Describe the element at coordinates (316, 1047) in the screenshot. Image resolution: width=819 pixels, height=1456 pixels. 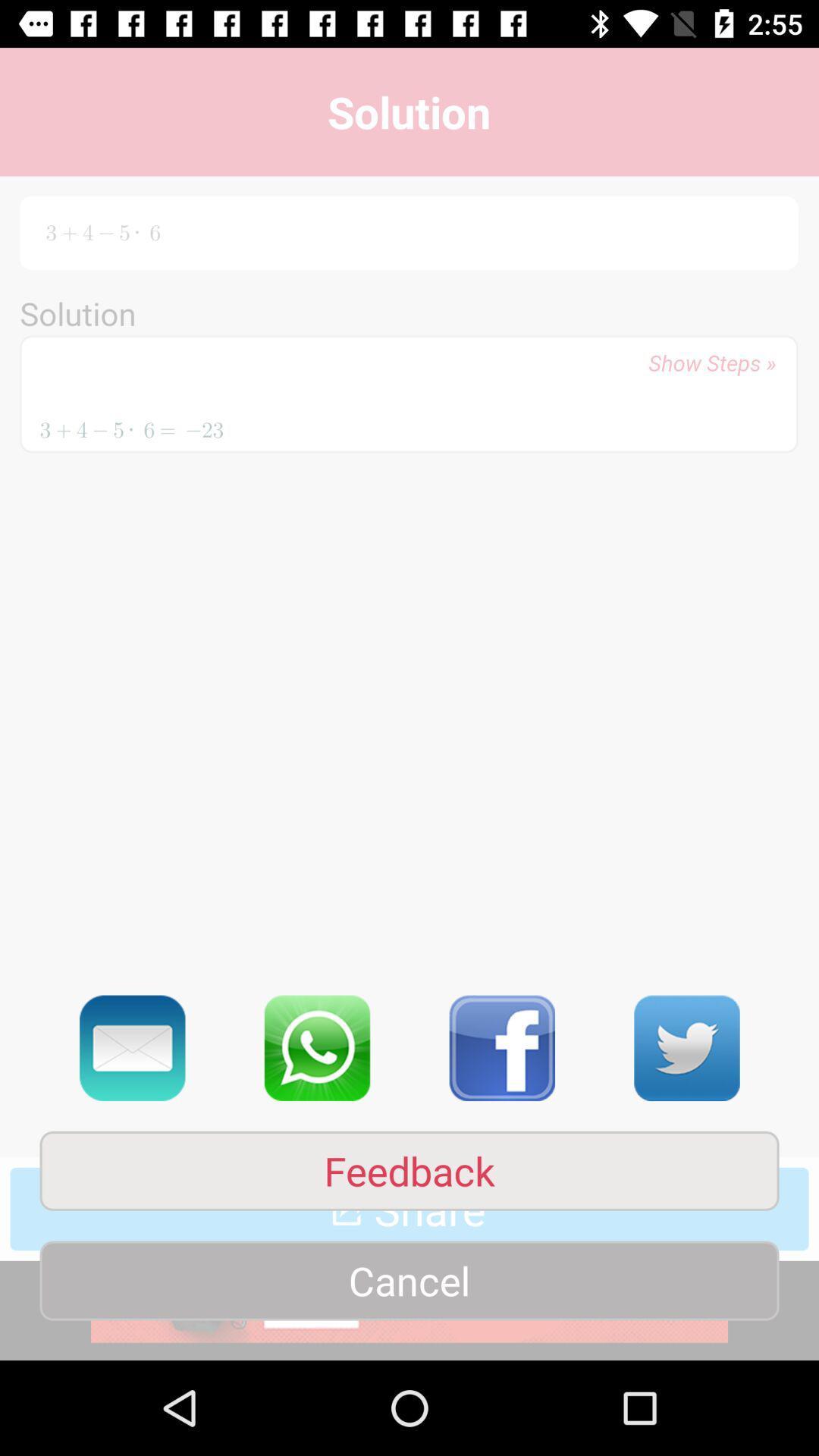
I see `the call icon` at that location.